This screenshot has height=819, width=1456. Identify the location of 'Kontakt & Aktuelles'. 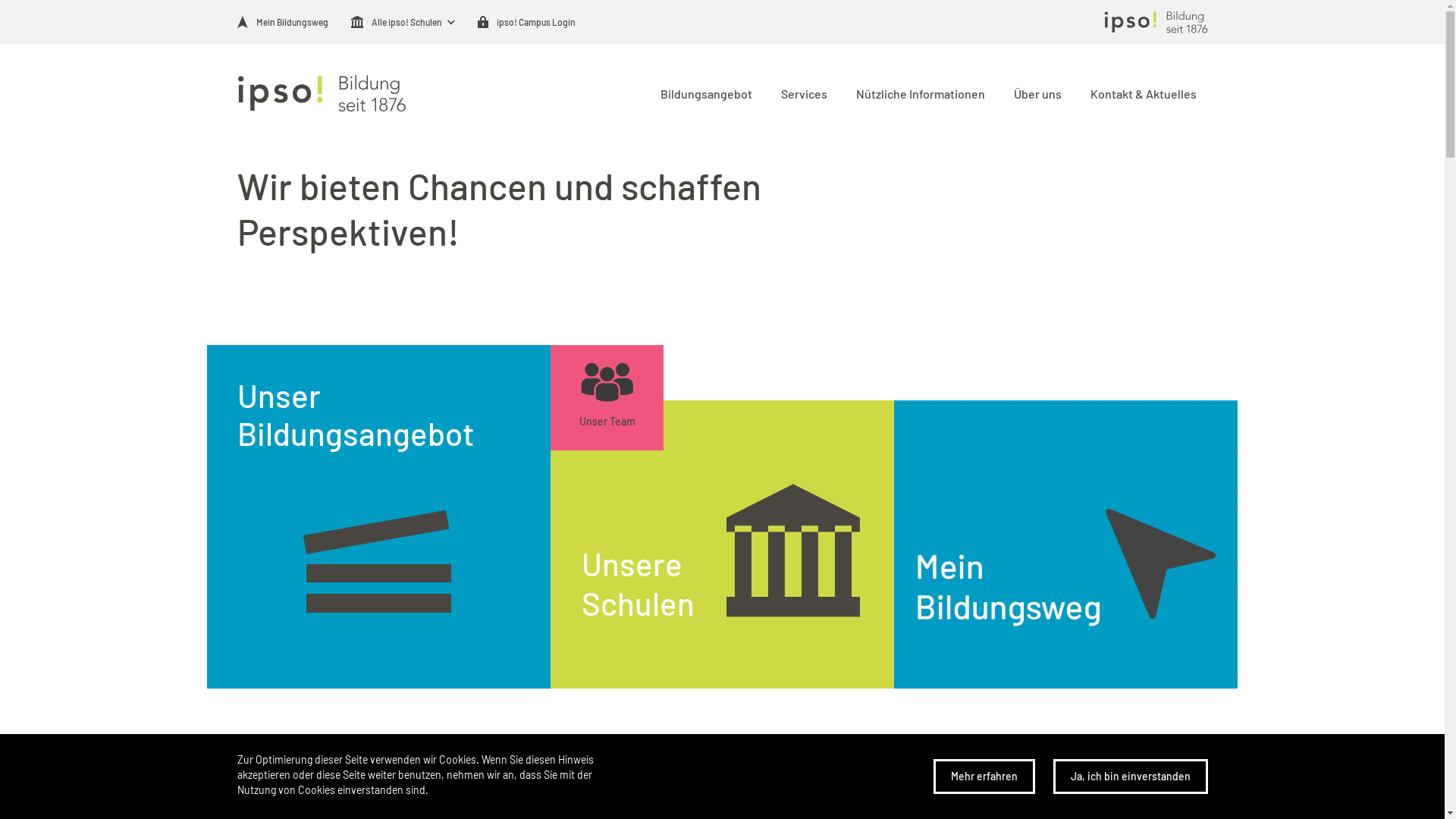
(1141, 93).